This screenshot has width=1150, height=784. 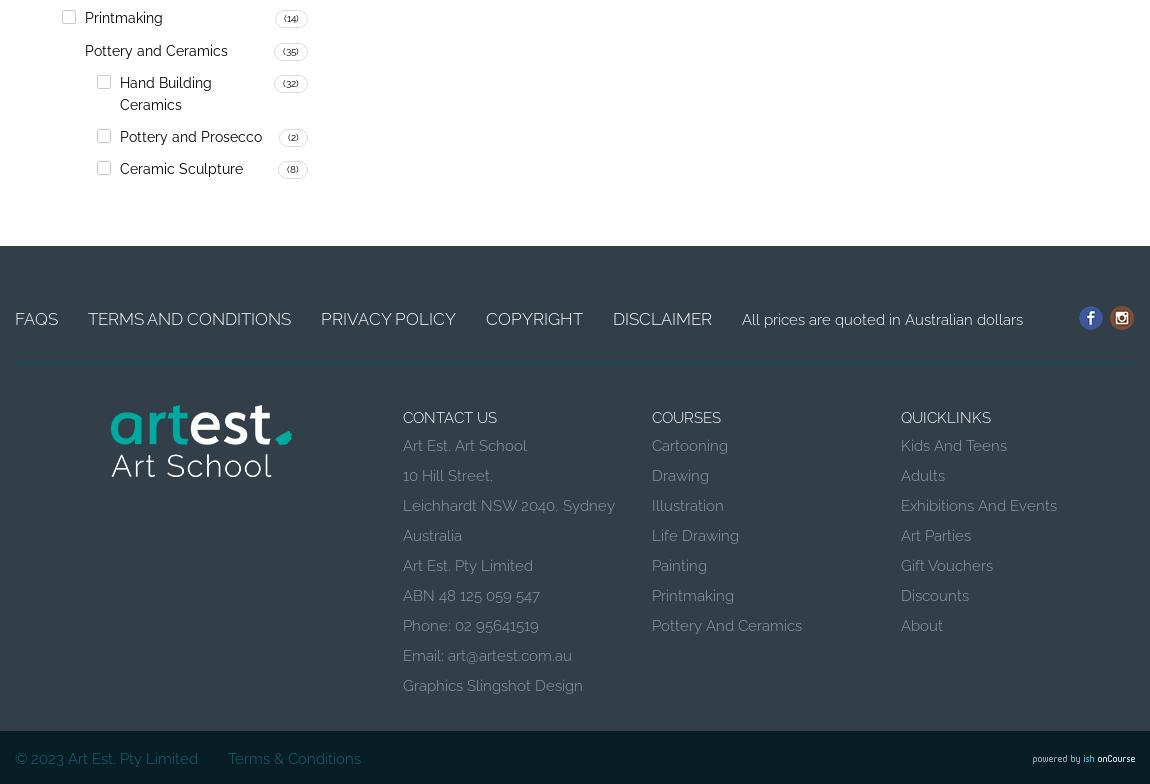 I want to click on 'Leichhardt NSW 2040, Sydney Australia', so click(x=402, y=520).